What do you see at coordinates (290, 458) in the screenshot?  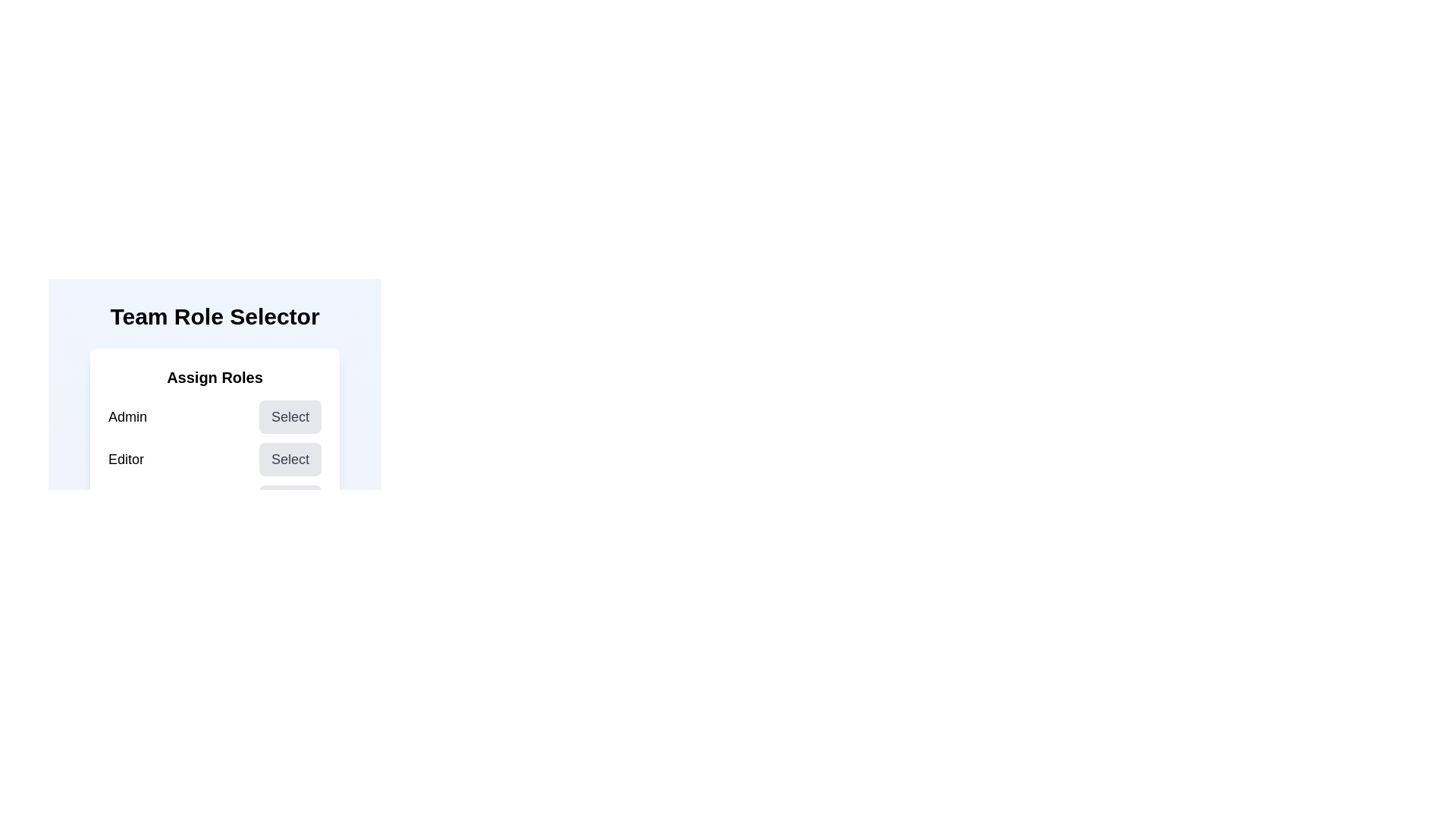 I see `'Select' button for the Editor role` at bounding box center [290, 458].